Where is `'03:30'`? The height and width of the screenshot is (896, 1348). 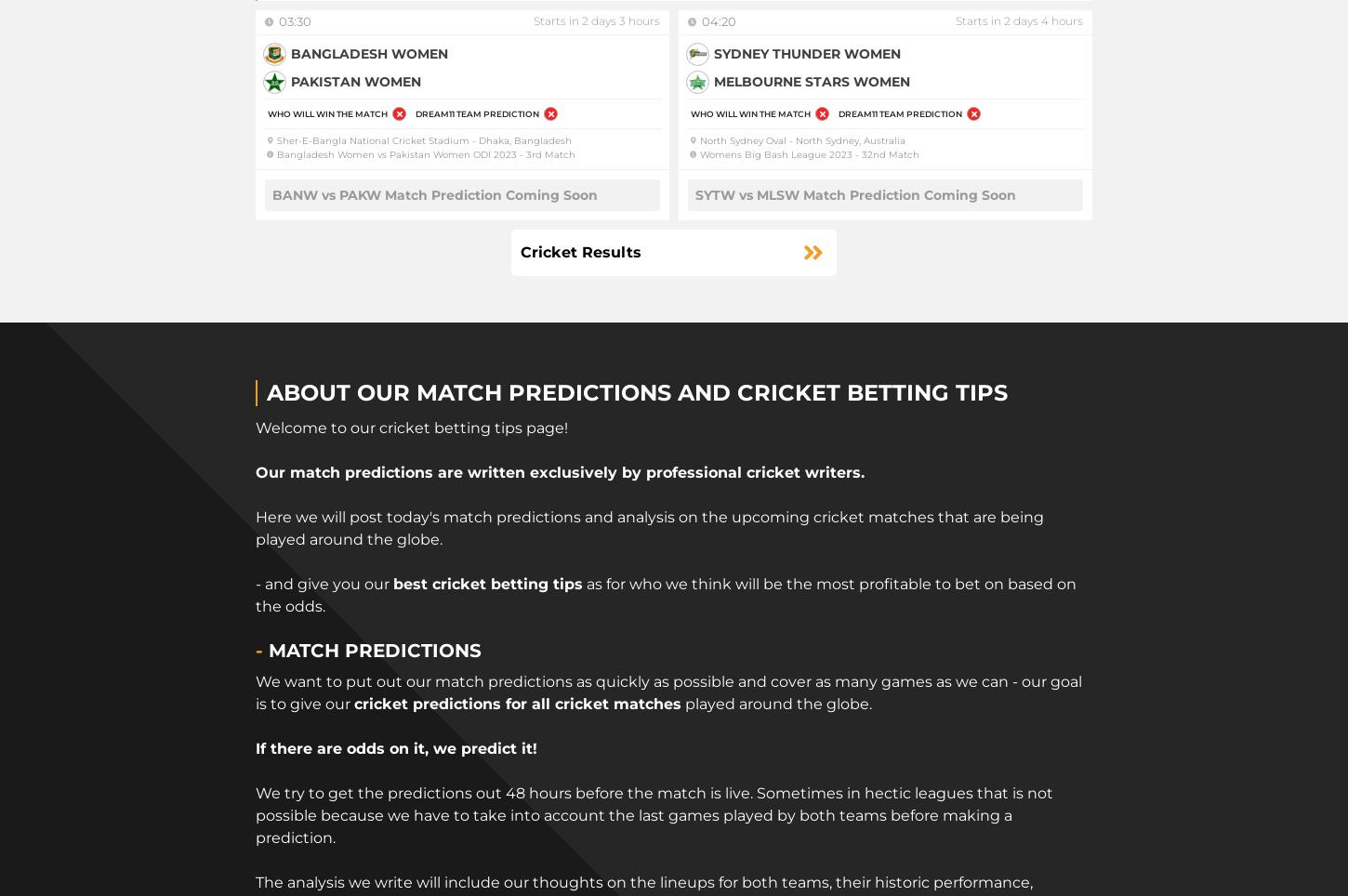 '03:30' is located at coordinates (279, 20).